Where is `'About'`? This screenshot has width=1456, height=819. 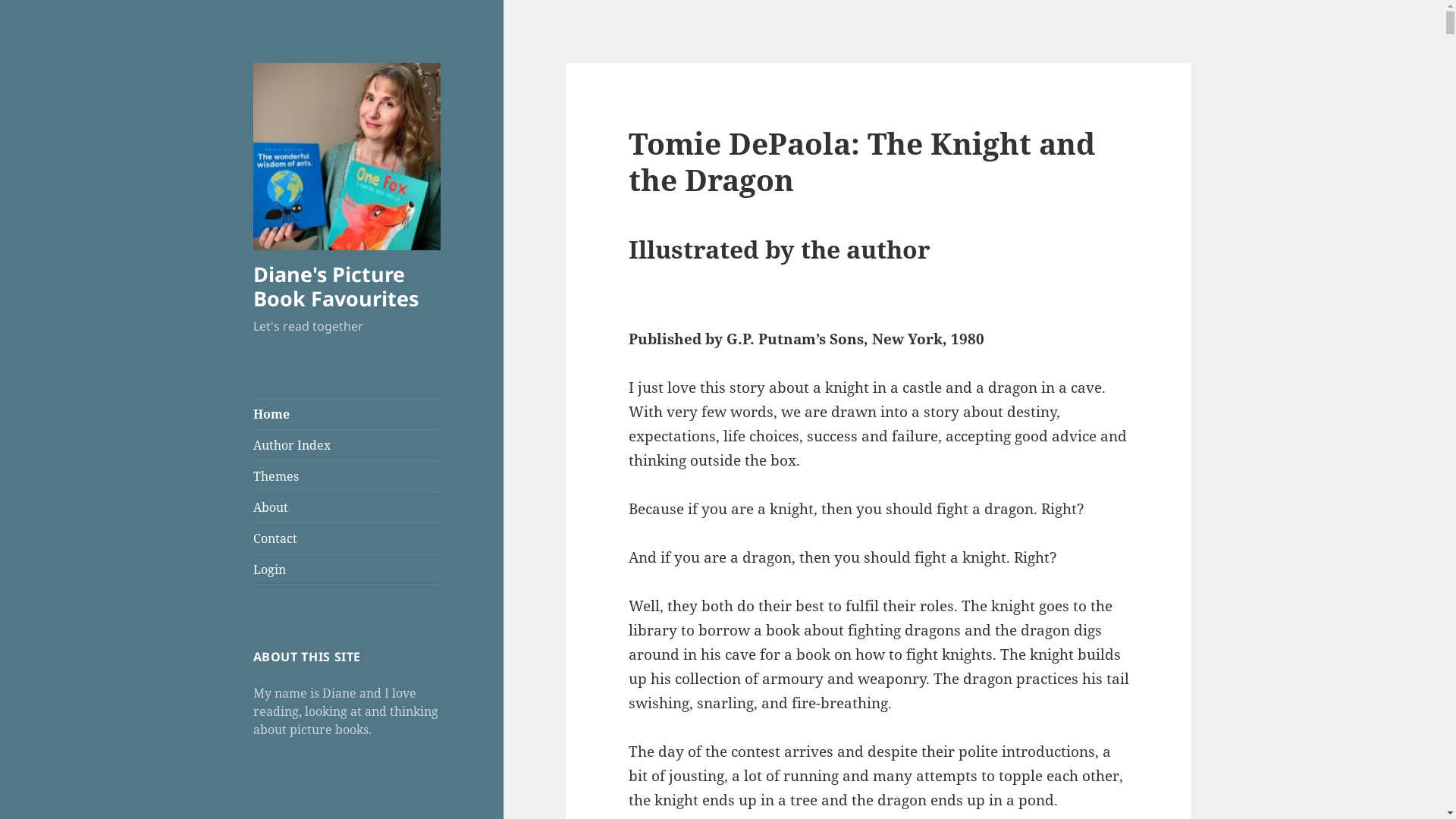 'About' is located at coordinates (346, 507).